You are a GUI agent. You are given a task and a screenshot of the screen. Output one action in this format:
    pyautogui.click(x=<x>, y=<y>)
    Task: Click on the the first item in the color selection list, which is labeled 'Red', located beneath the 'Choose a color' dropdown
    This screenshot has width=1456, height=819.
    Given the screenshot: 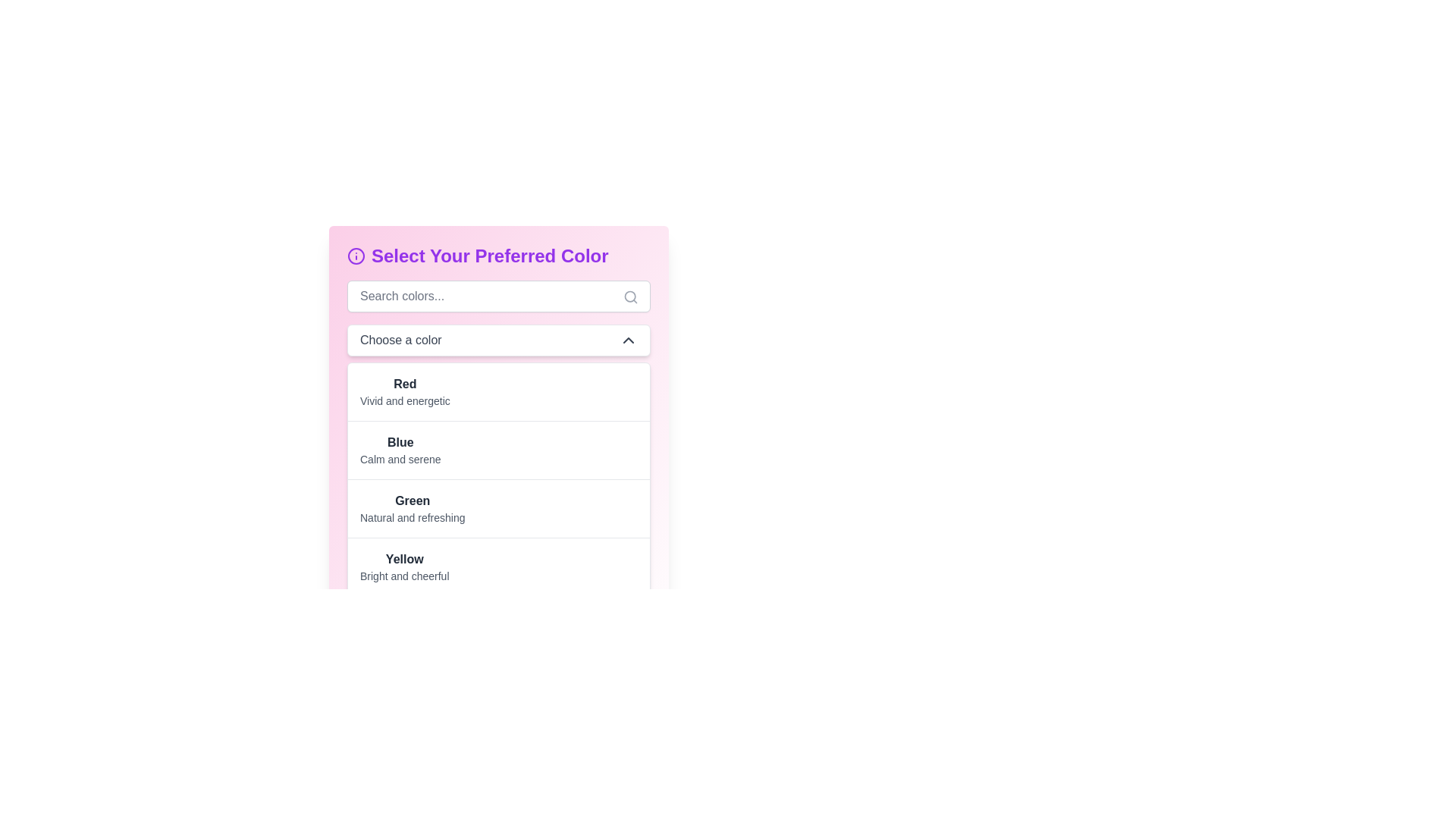 What is the action you would take?
    pyautogui.click(x=498, y=391)
    